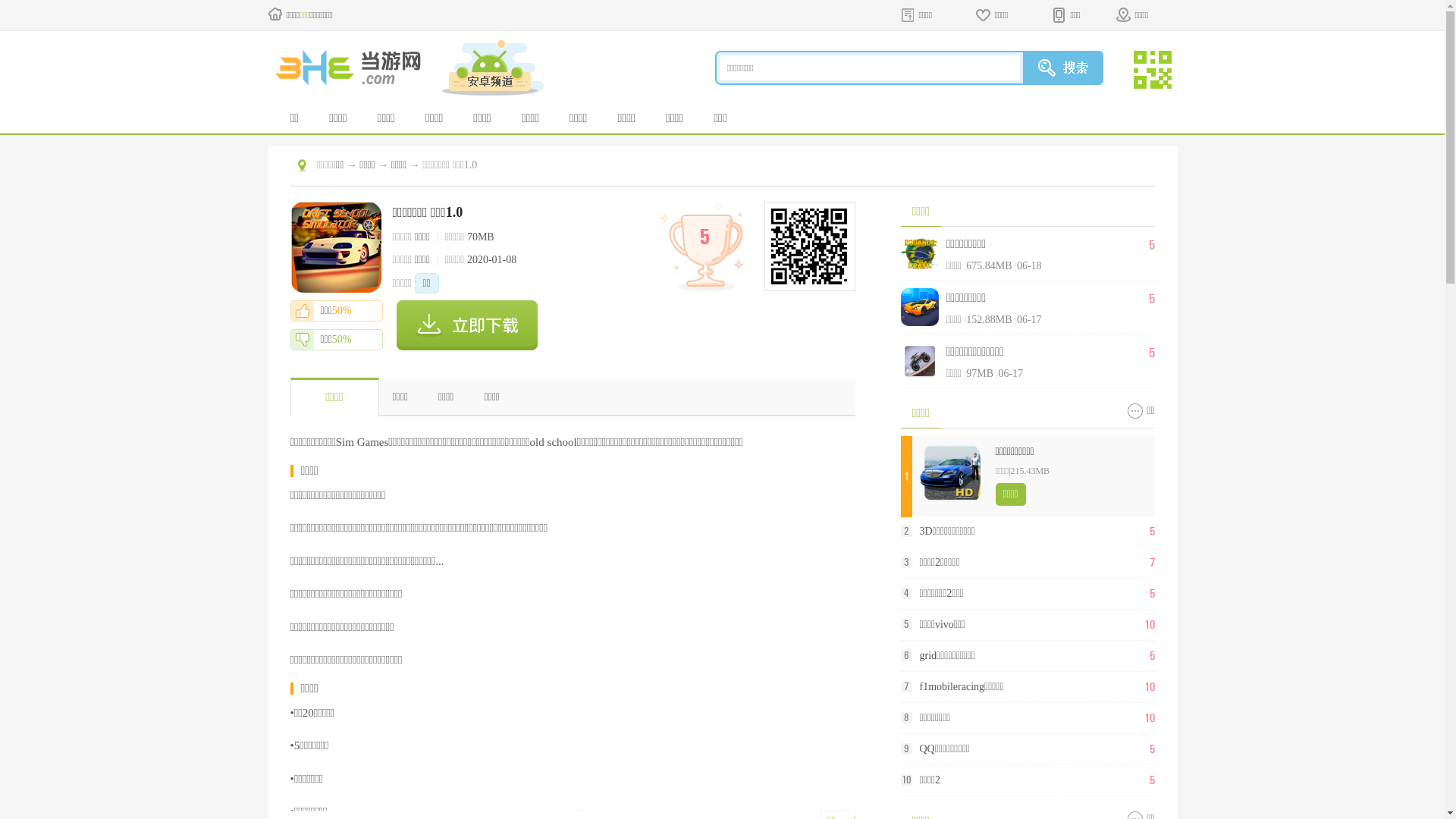 This screenshot has width=1456, height=819. I want to click on 'http://m.3h3.com/az/163169.html', so click(807, 245).